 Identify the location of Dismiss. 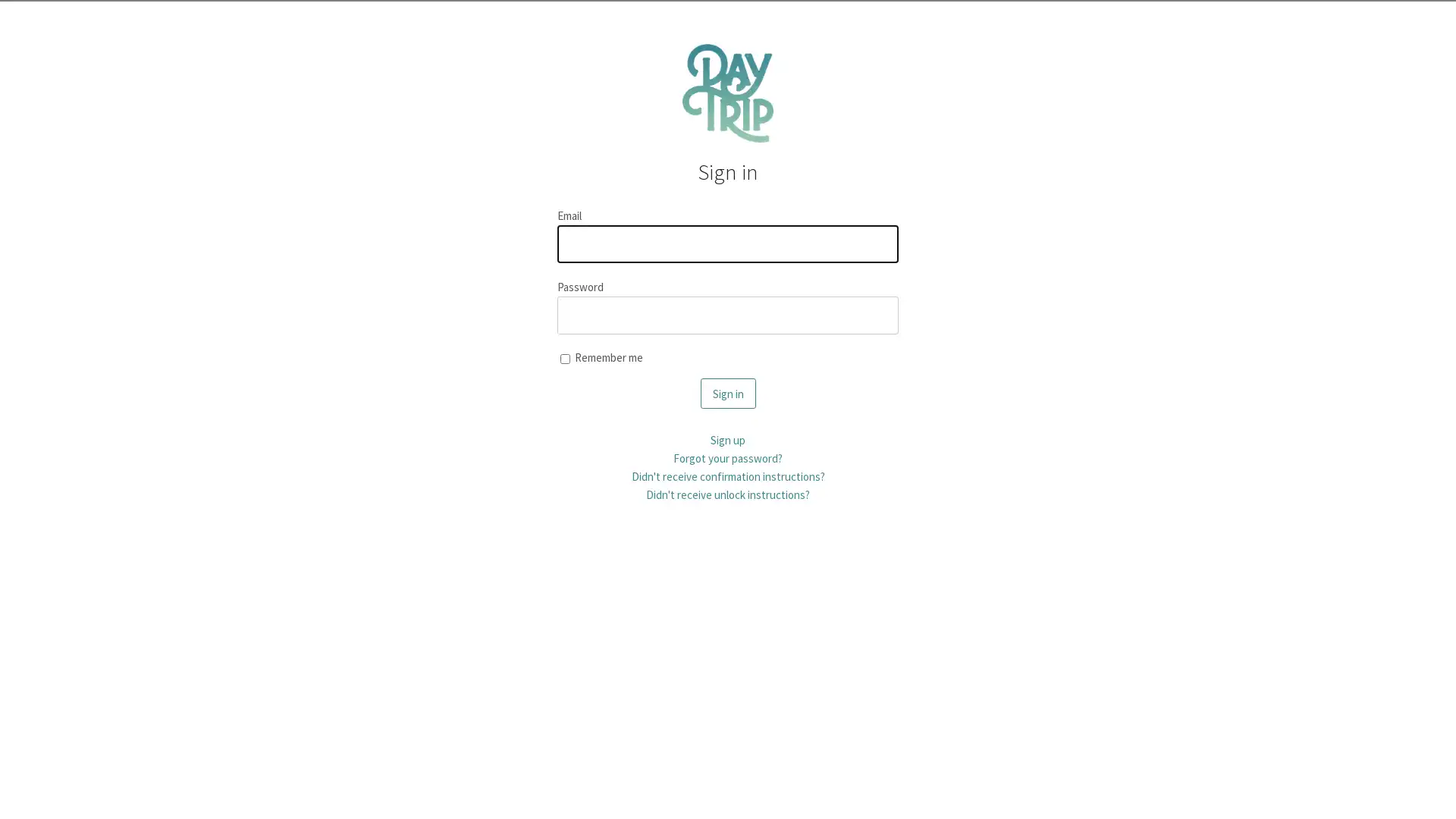
(1439, 14).